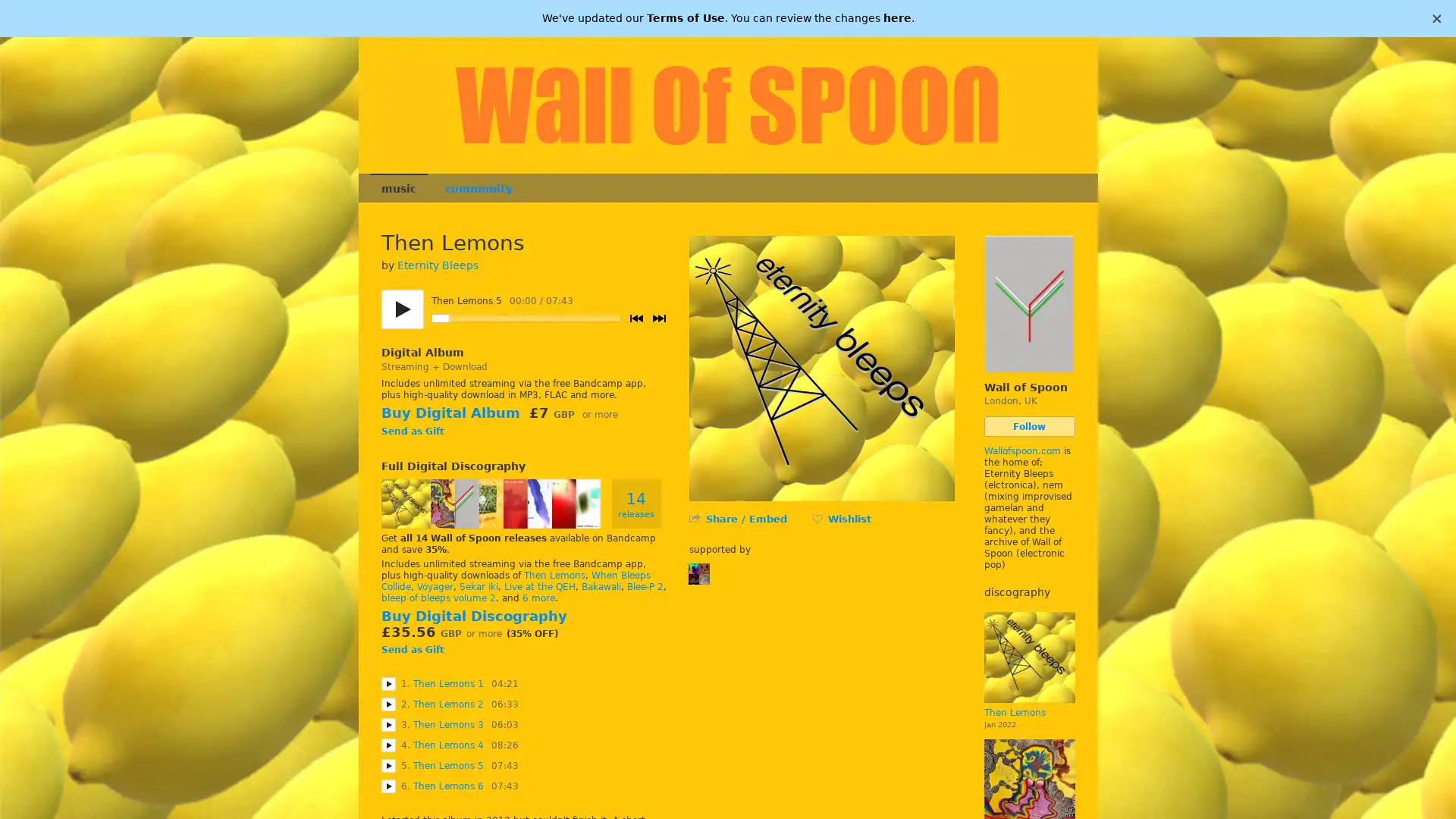 The height and width of the screenshot is (819, 1456). I want to click on Play Then Lemons 4, so click(388, 744).